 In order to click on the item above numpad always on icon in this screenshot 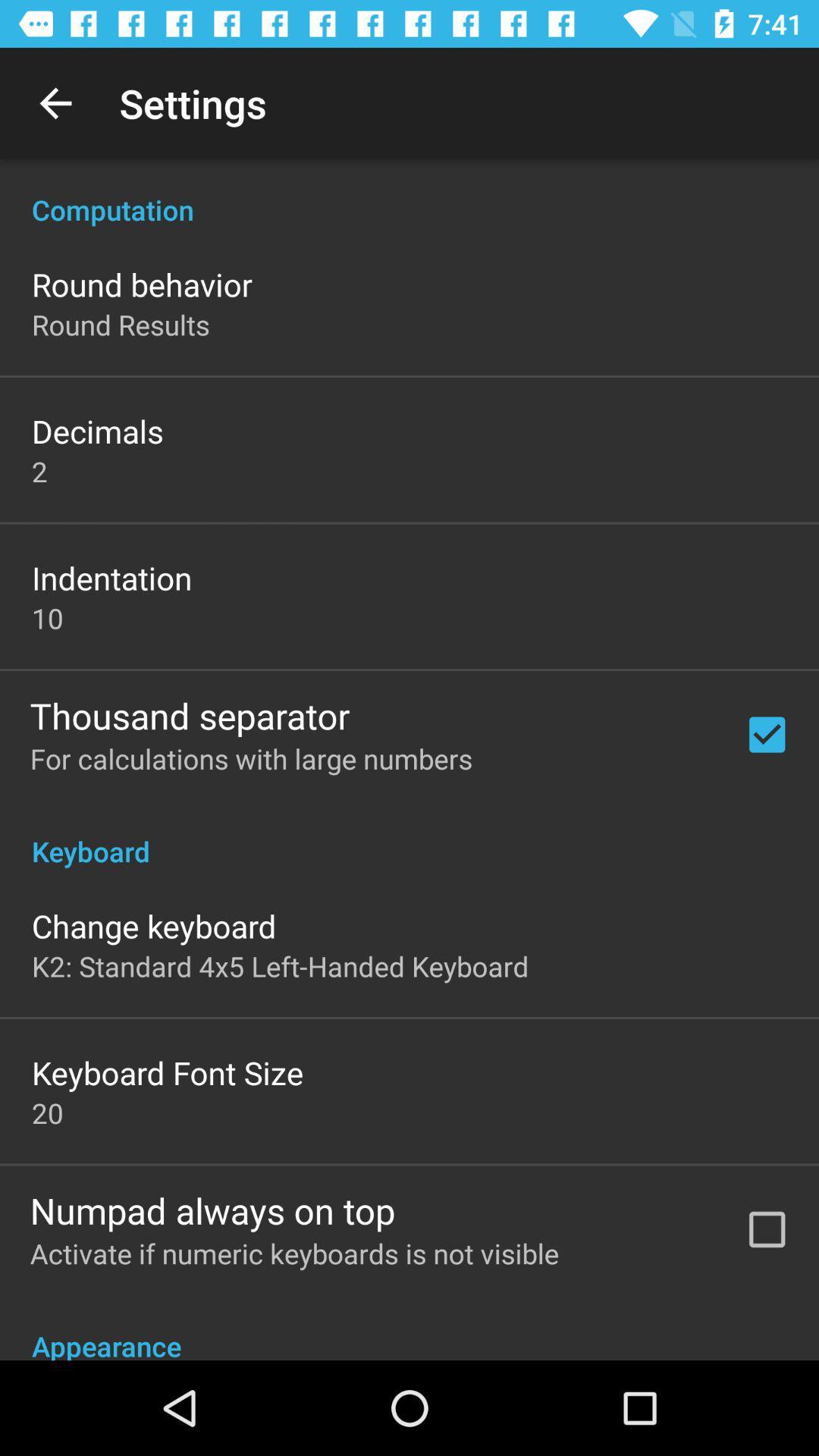, I will do `click(46, 1112)`.